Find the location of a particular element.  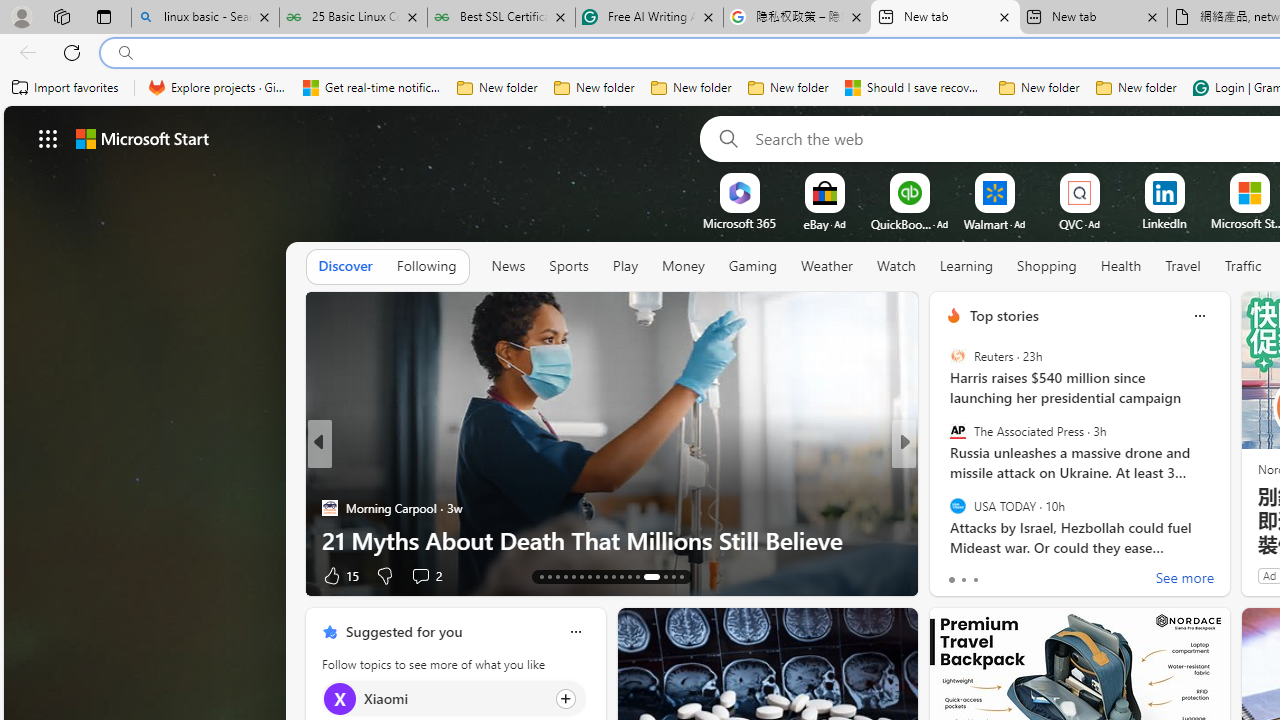

'Travel' is located at coordinates (1183, 265).